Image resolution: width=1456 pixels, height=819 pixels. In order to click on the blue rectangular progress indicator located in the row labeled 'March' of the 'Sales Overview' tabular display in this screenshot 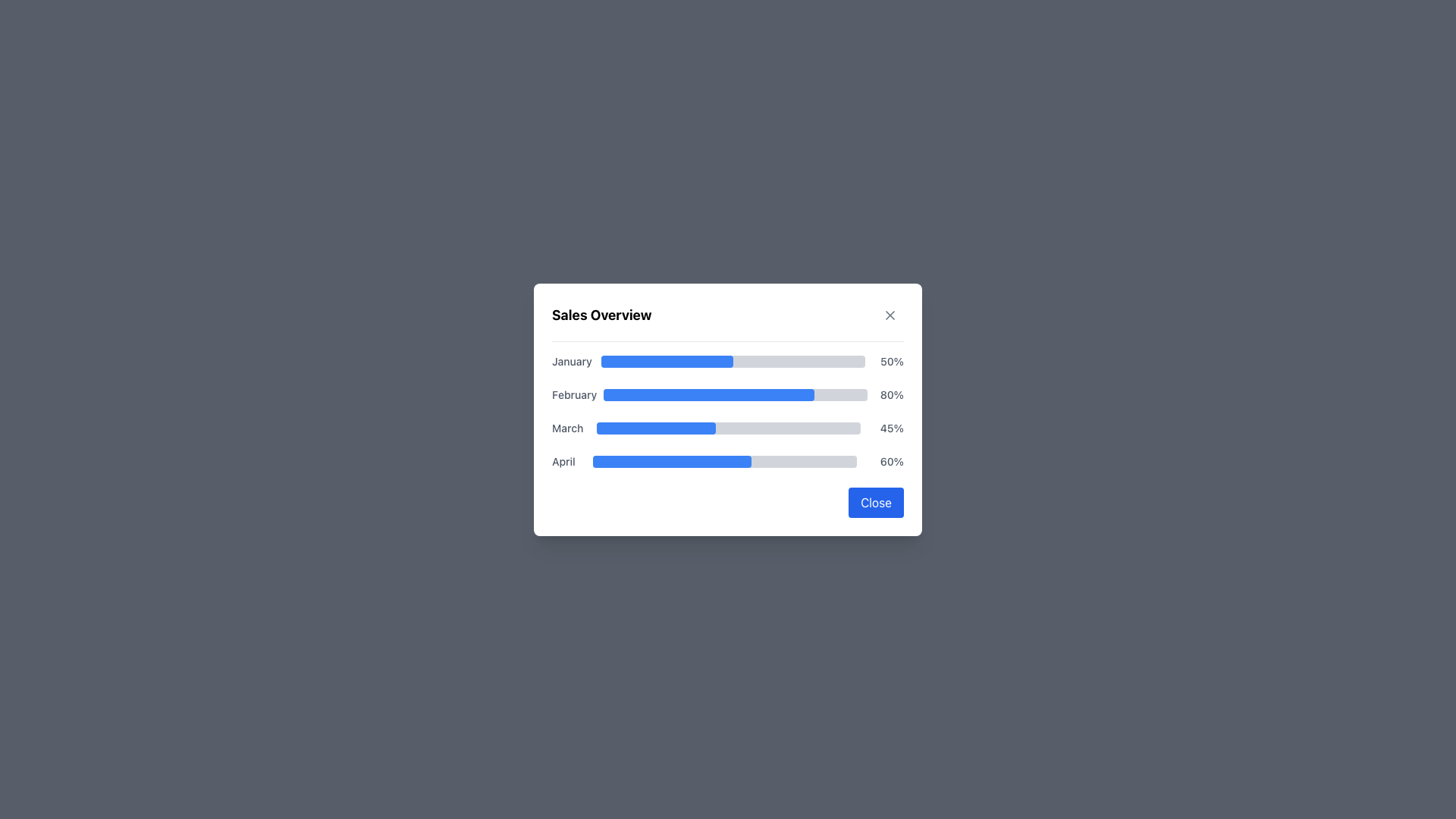, I will do `click(656, 428)`.